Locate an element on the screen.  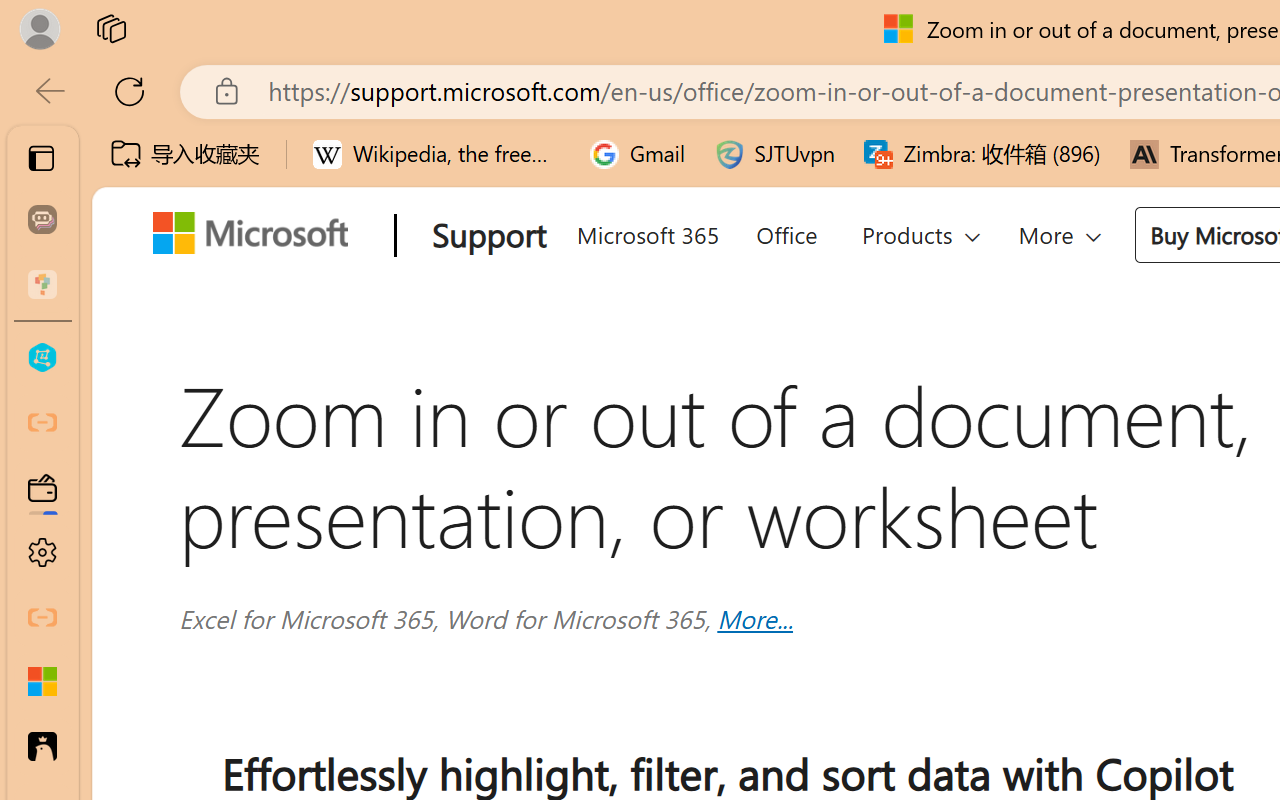
'Adjust indents and spacing - Microsoft Support' is located at coordinates (42, 682).